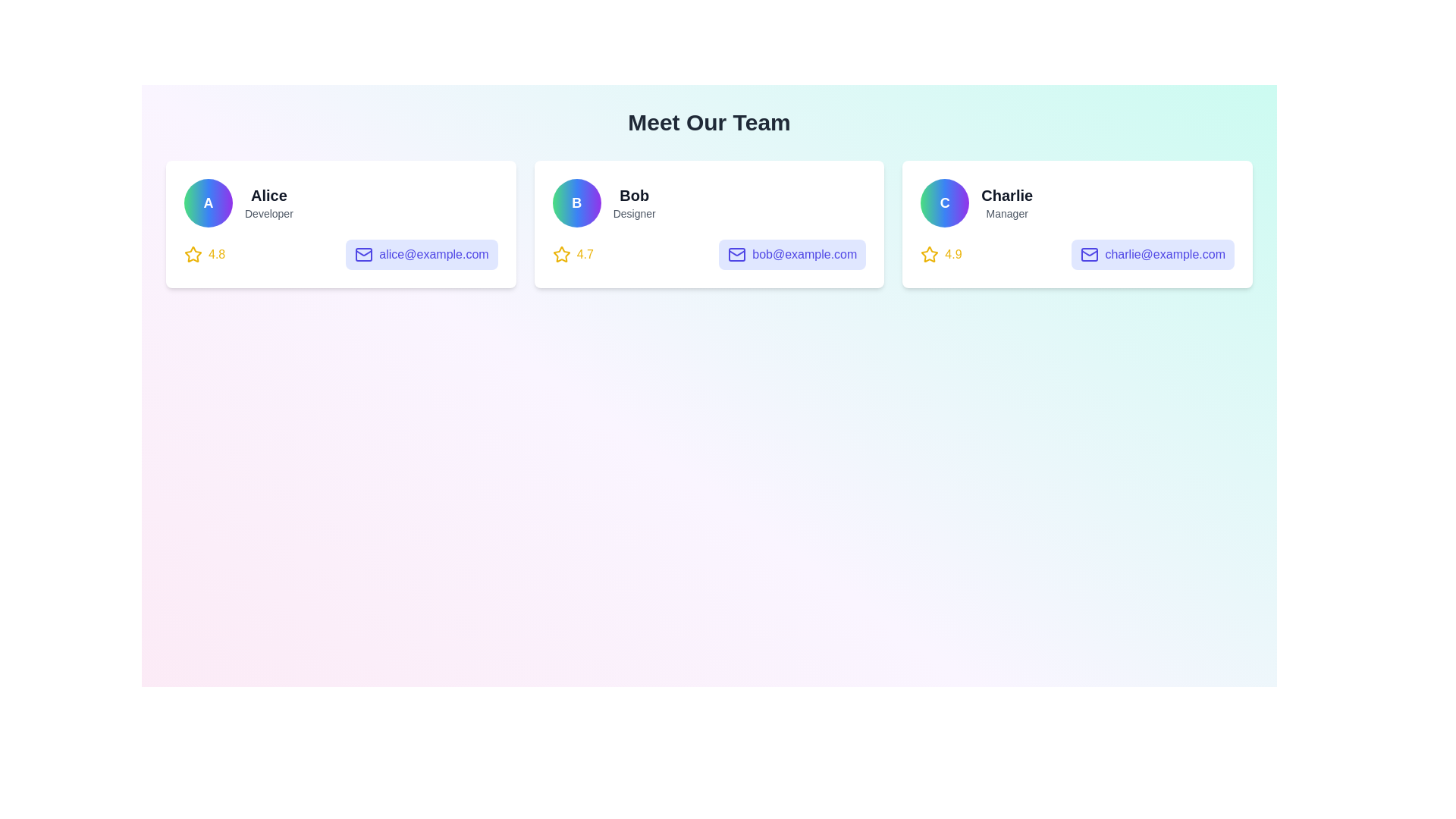 Image resolution: width=1456 pixels, height=819 pixels. I want to click on the envelope icon within Bob's email card, so click(737, 253).